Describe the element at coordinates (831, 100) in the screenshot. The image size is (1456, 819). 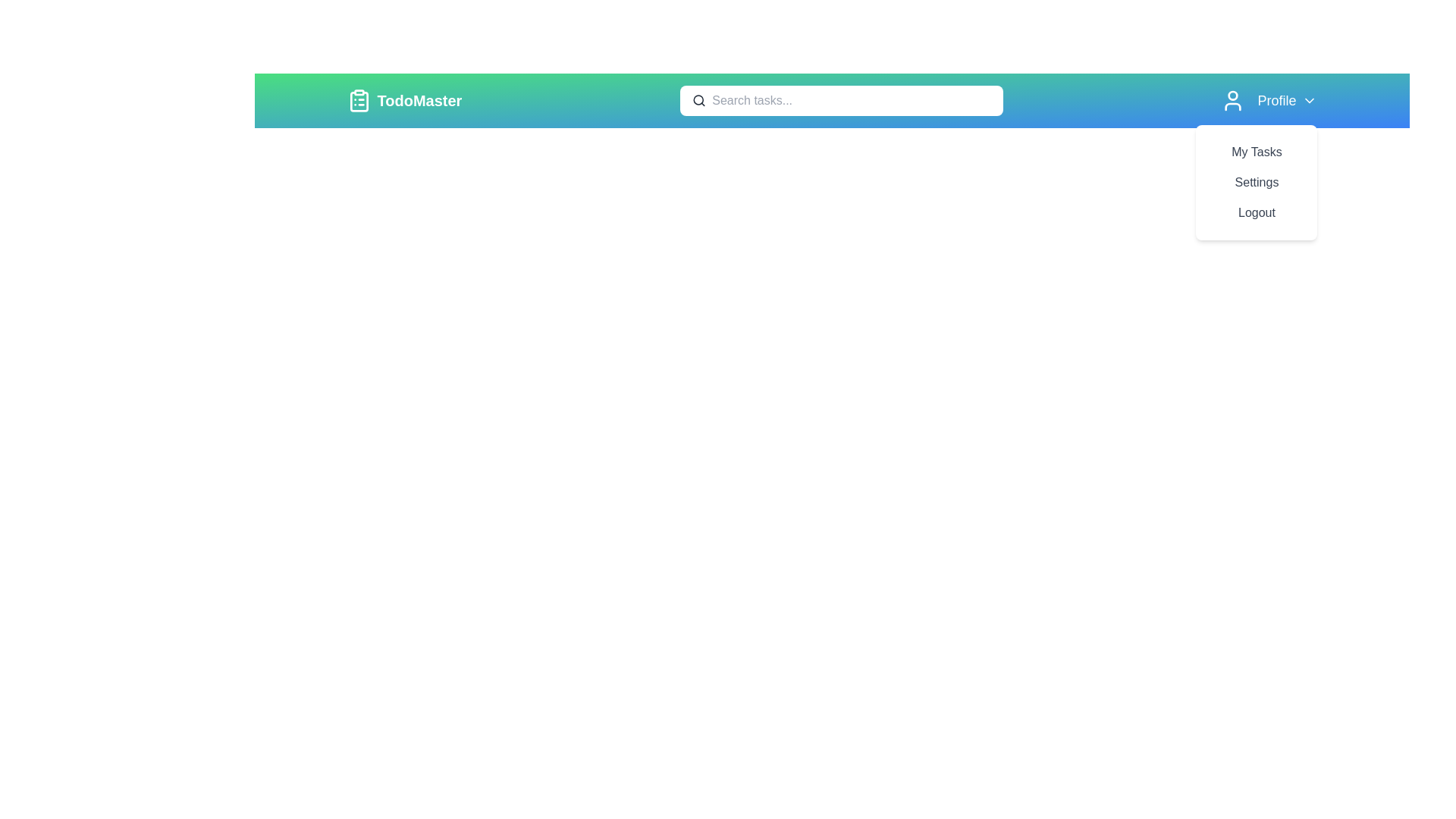
I see `the centrally located search box in the top navigation bar to focus the input for user queries` at that location.